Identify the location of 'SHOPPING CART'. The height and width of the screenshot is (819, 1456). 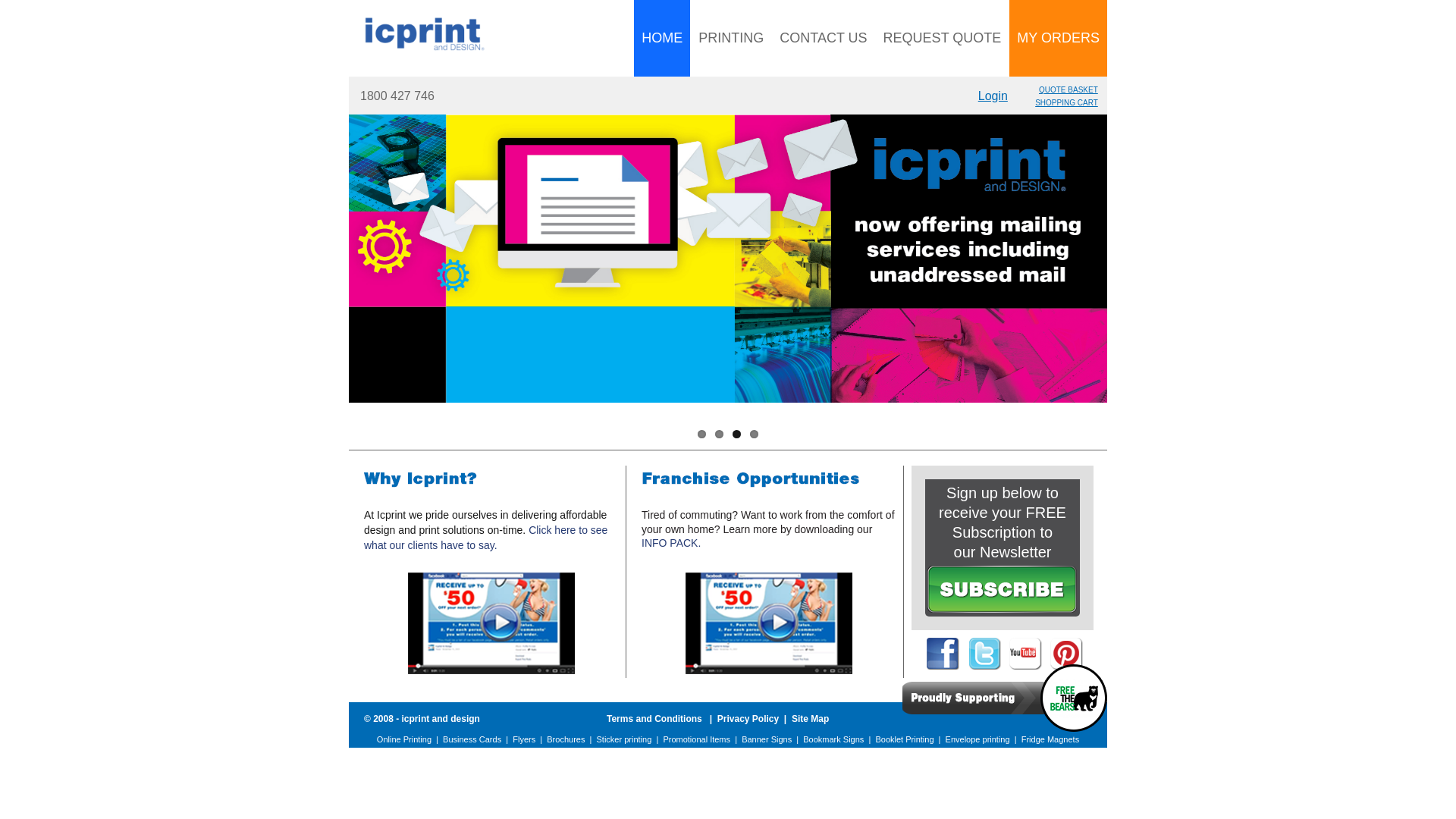
(1065, 102).